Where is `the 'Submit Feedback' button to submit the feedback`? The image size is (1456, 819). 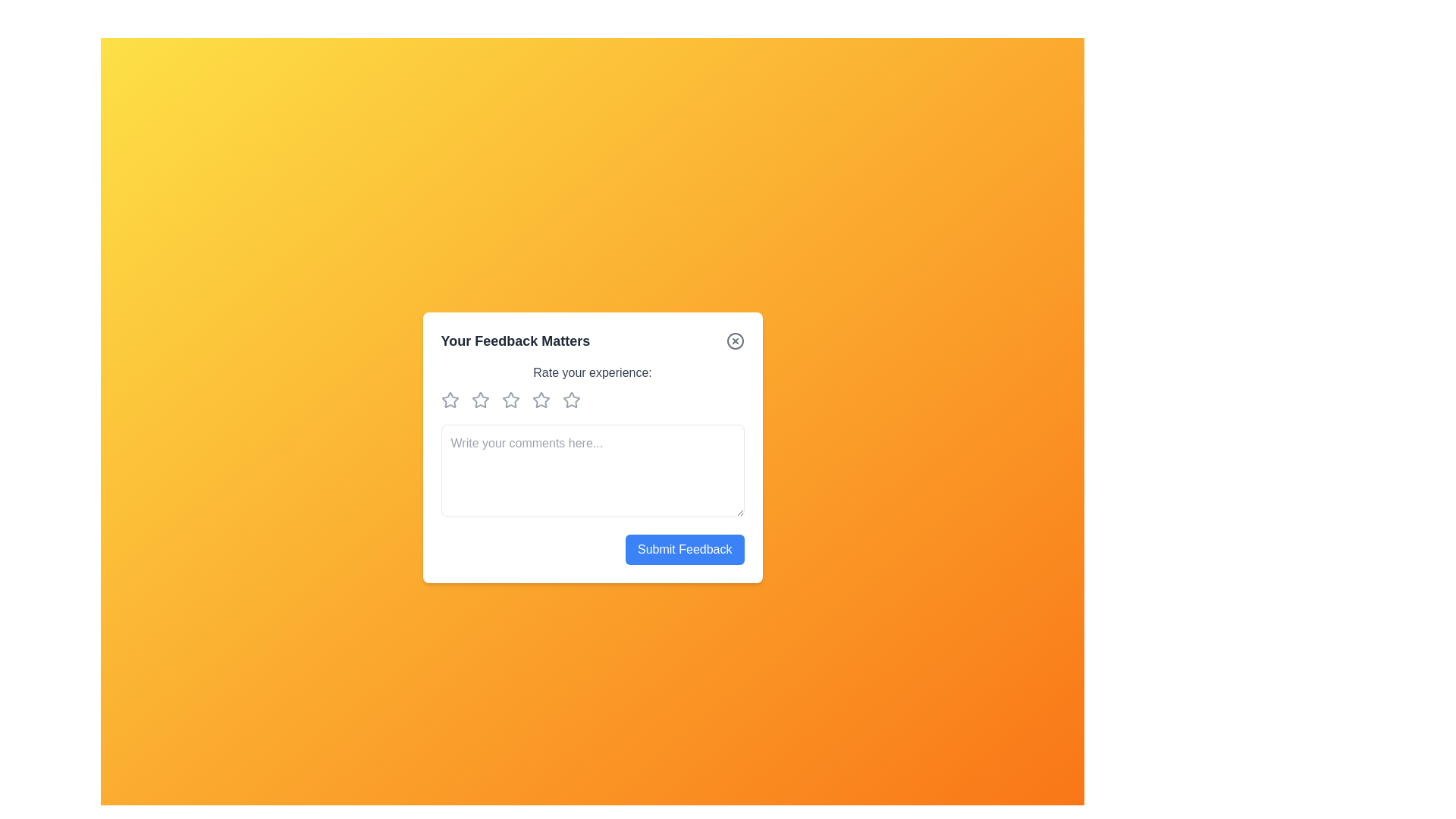 the 'Submit Feedback' button to submit the feedback is located at coordinates (683, 549).